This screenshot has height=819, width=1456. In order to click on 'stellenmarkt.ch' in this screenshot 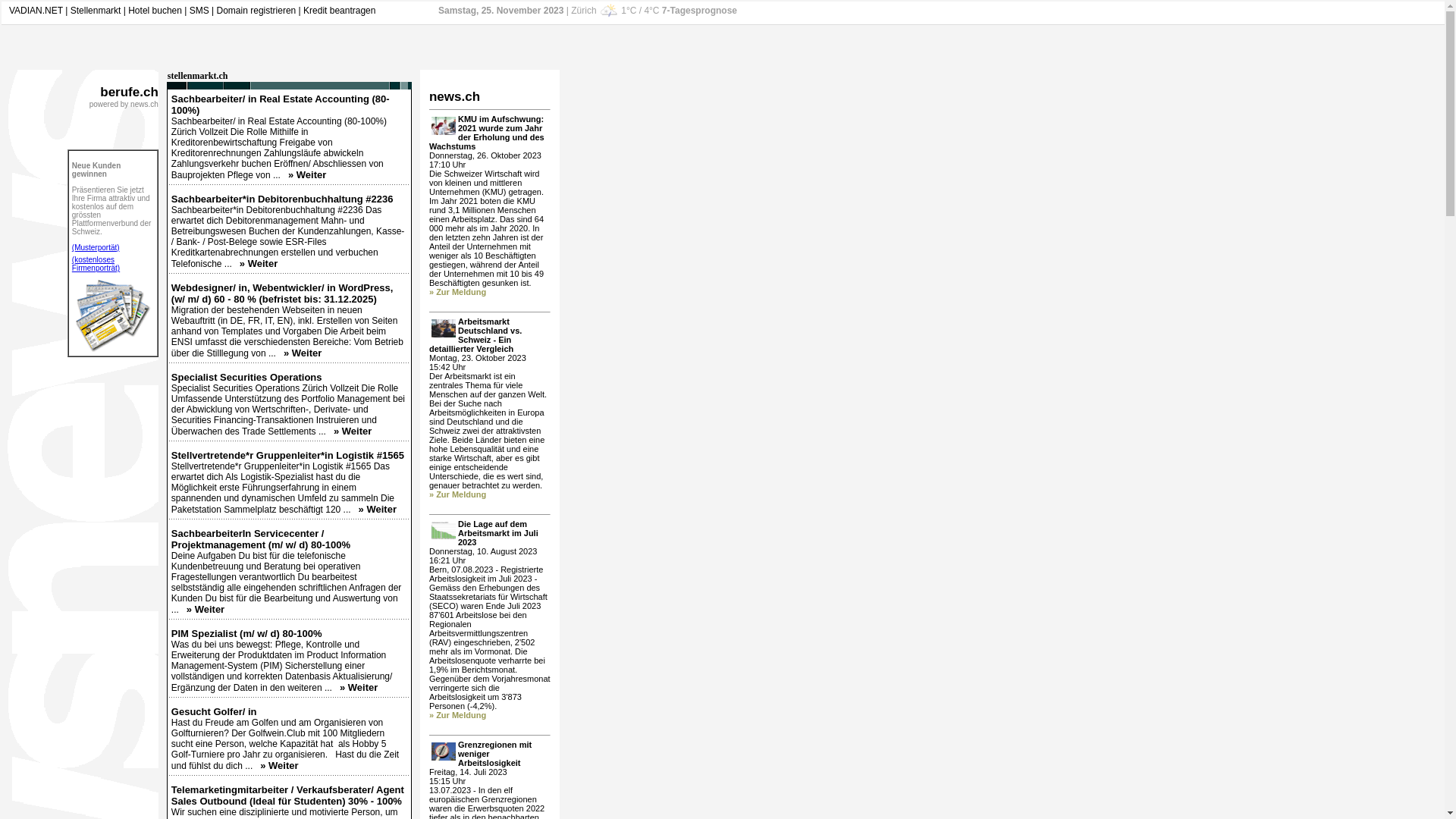, I will do `click(196, 76)`.